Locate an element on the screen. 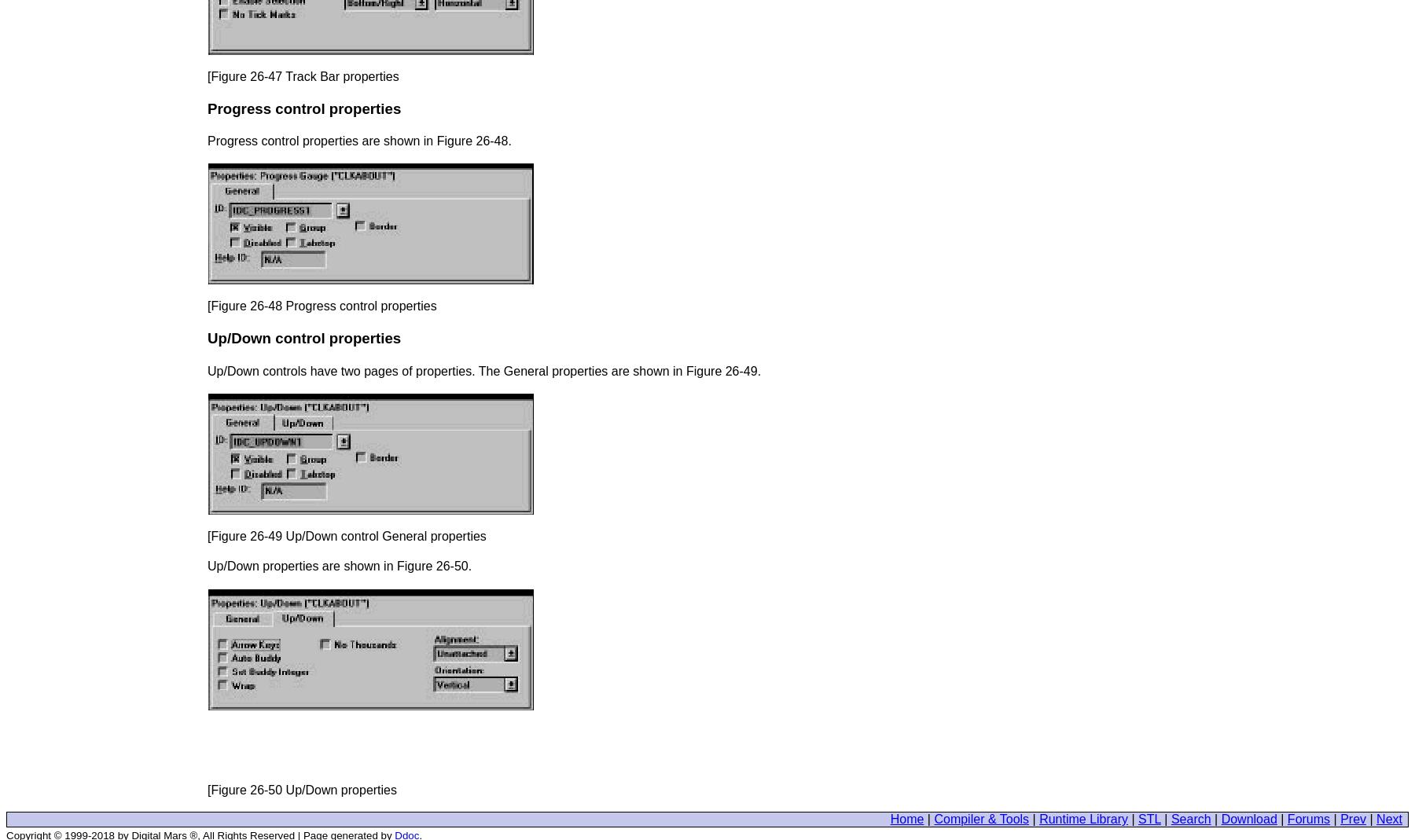 The image size is (1415, 840). 'STL' is located at coordinates (1148, 819).